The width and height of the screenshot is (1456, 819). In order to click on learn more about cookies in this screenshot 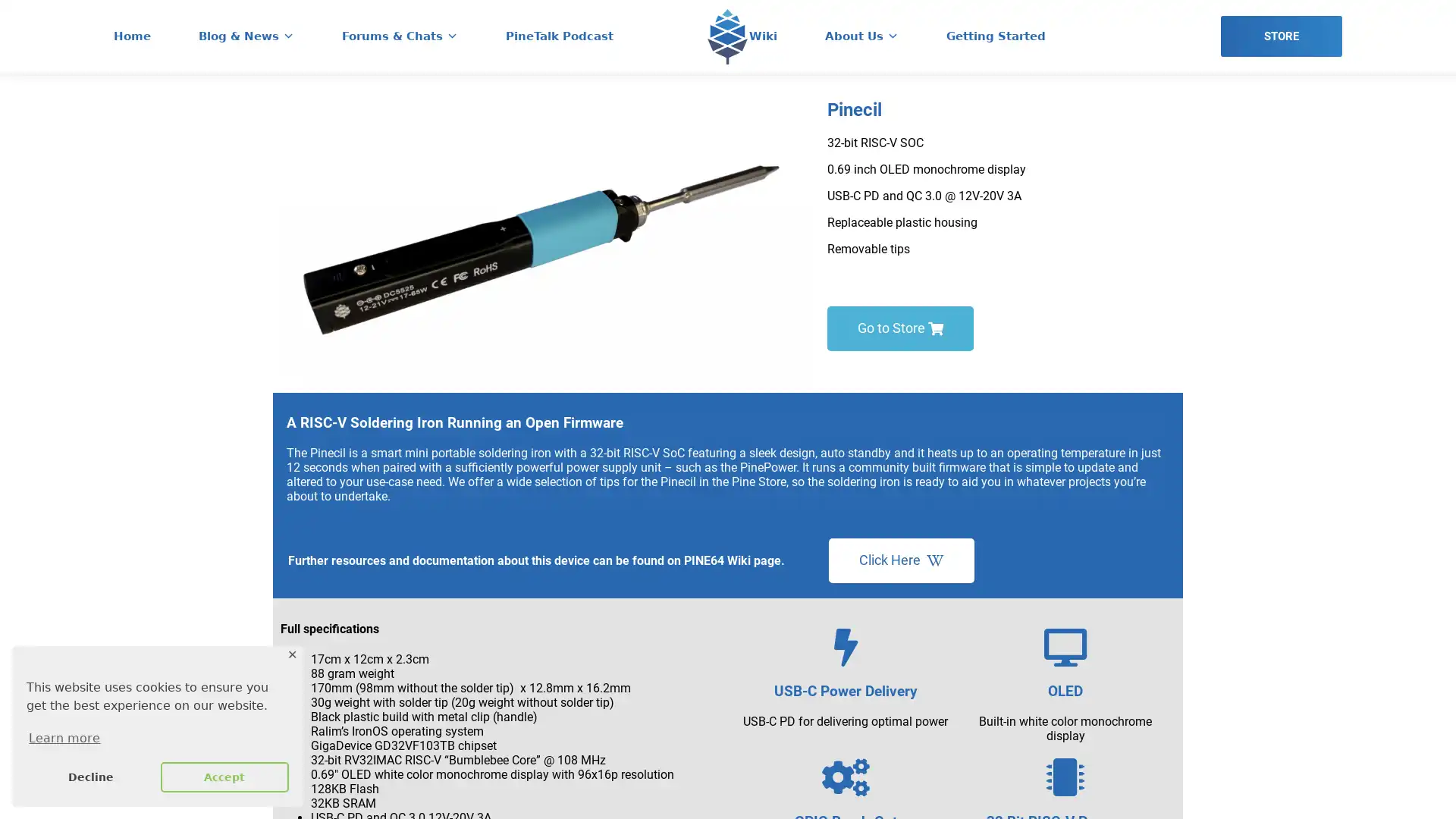, I will do `click(157, 737)`.